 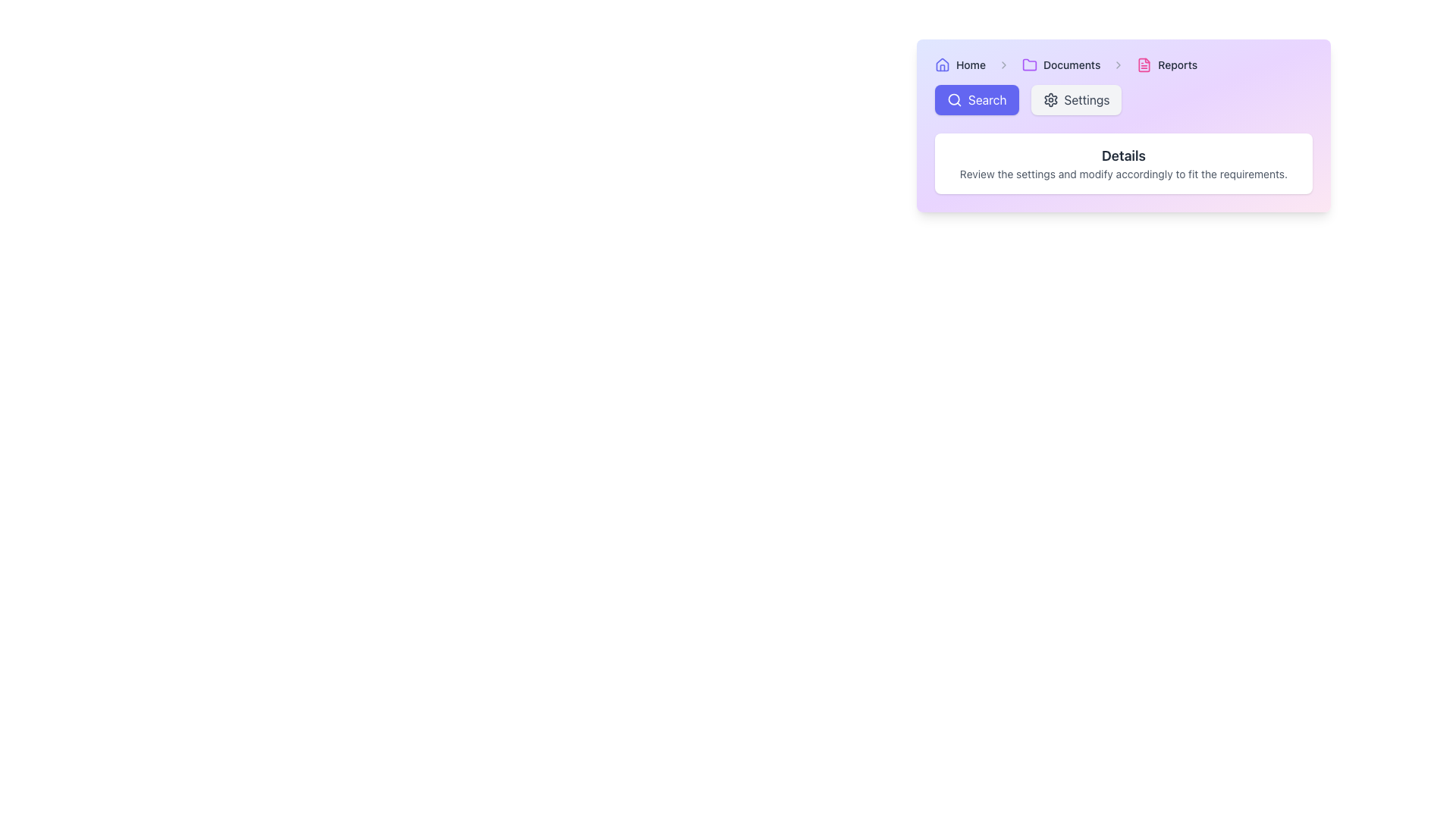 I want to click on the 'Home' icon located at the beginning of the row of items in the navigational bar, adjacent to the text 'Home', so click(x=942, y=64).